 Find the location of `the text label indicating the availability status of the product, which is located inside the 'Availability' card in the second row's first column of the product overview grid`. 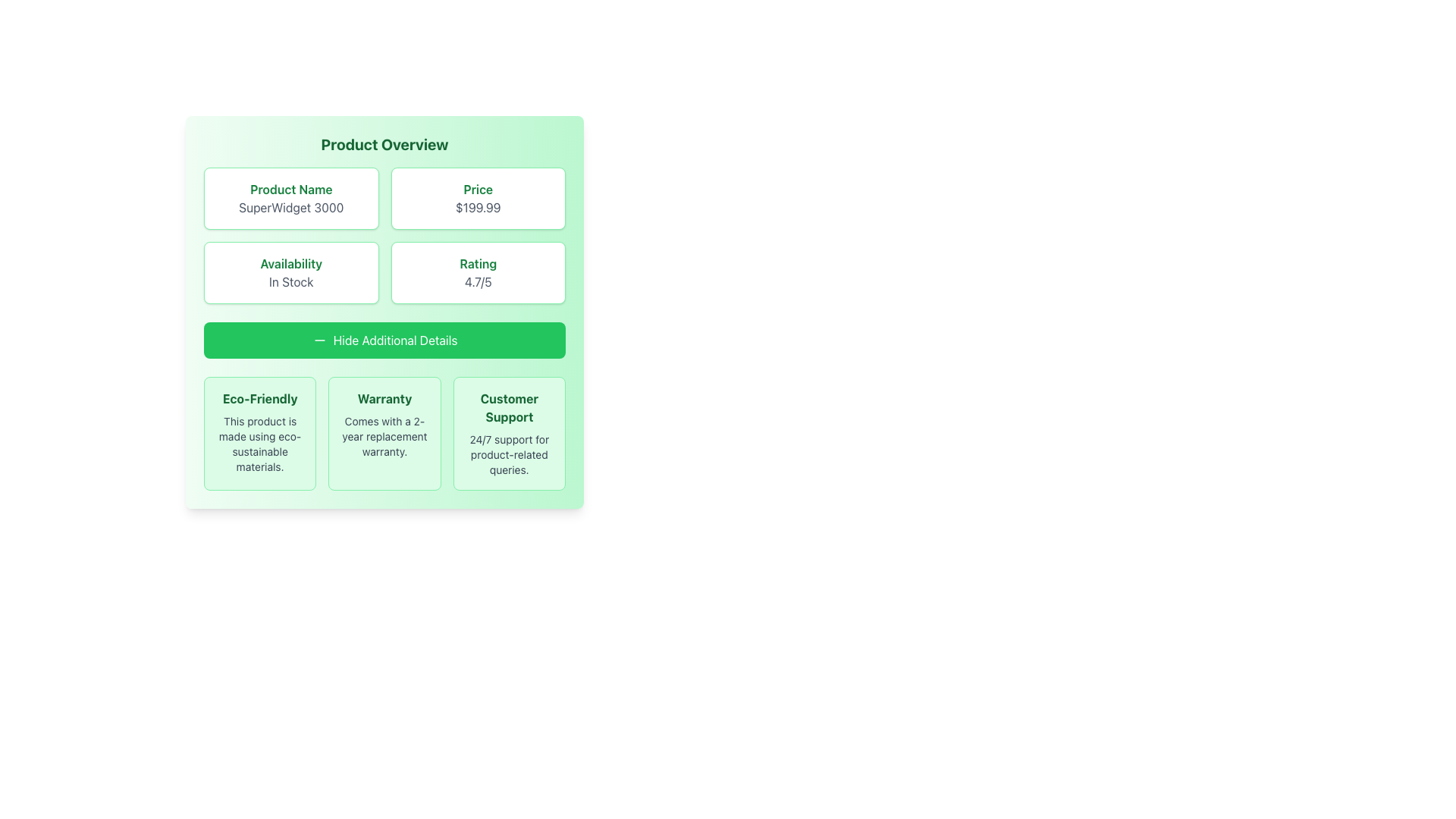

the text label indicating the availability status of the product, which is located inside the 'Availability' card in the second row's first column of the product overview grid is located at coordinates (291, 262).